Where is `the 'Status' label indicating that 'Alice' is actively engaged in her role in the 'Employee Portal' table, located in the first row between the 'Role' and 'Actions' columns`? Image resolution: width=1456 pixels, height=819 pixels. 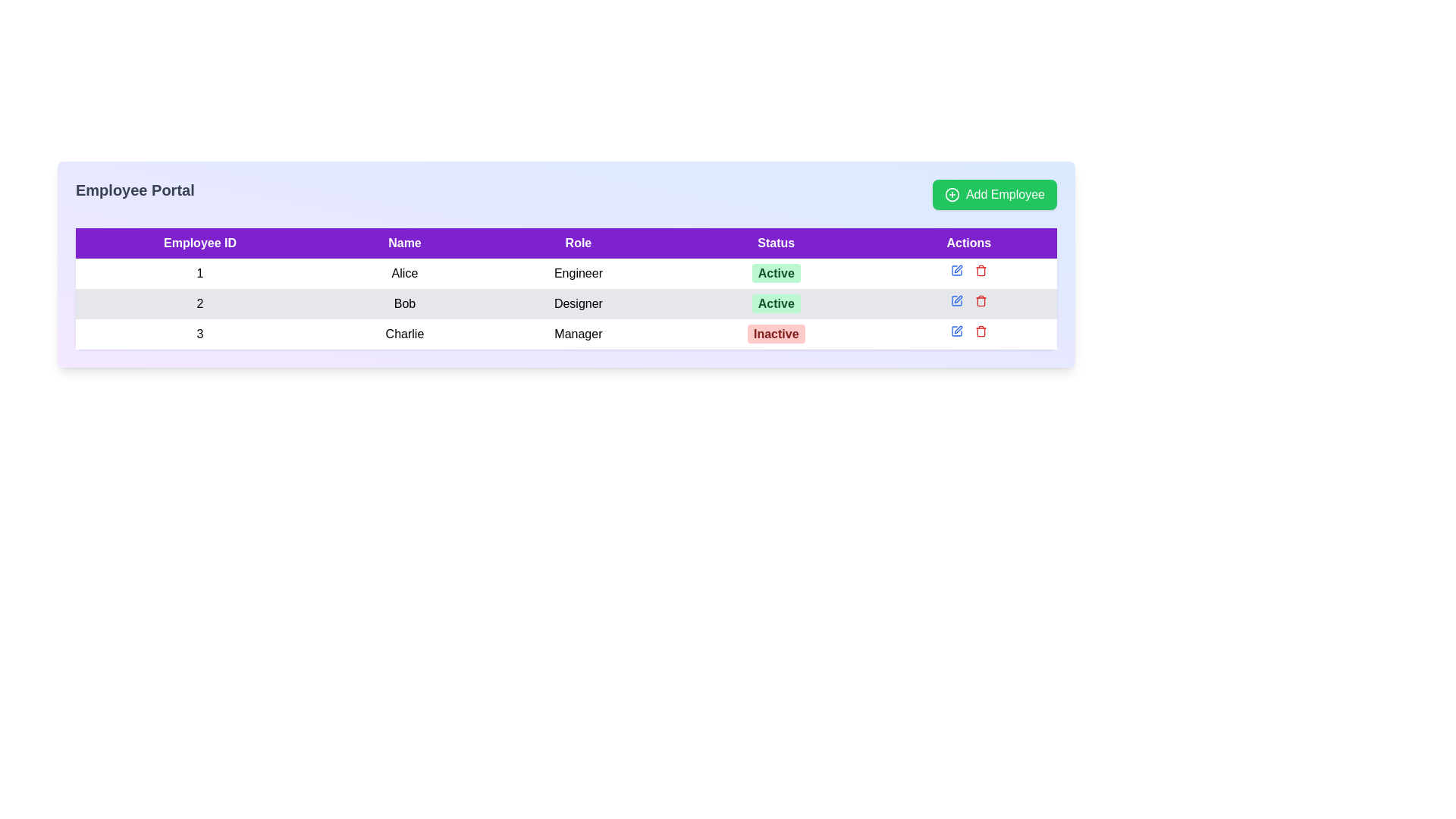 the 'Status' label indicating that 'Alice' is actively engaged in her role in the 'Employee Portal' table, located in the first row between the 'Role' and 'Actions' columns is located at coordinates (776, 274).